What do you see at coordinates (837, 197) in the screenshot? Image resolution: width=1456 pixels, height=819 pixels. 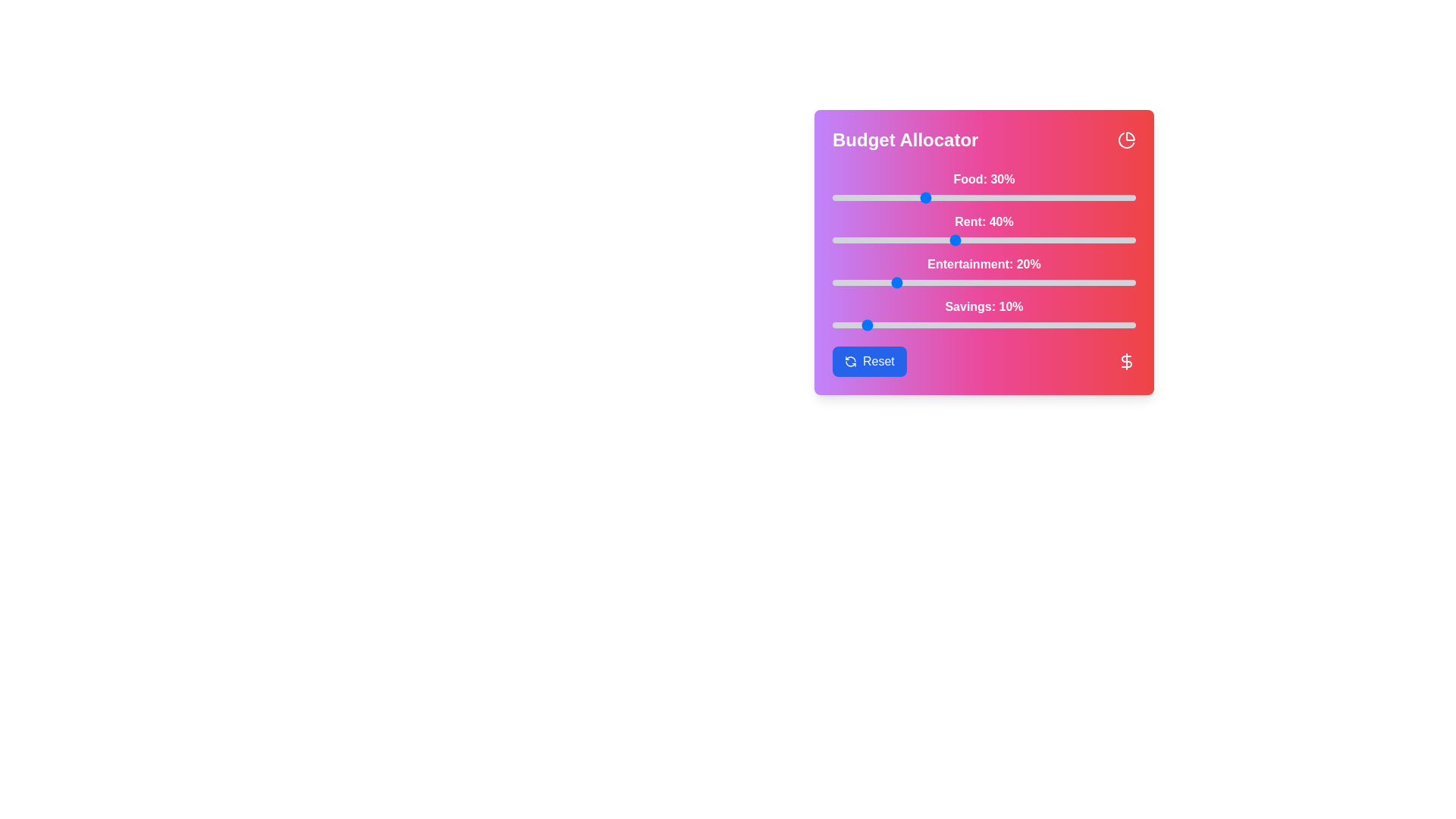 I see `'Food' slider` at bounding box center [837, 197].